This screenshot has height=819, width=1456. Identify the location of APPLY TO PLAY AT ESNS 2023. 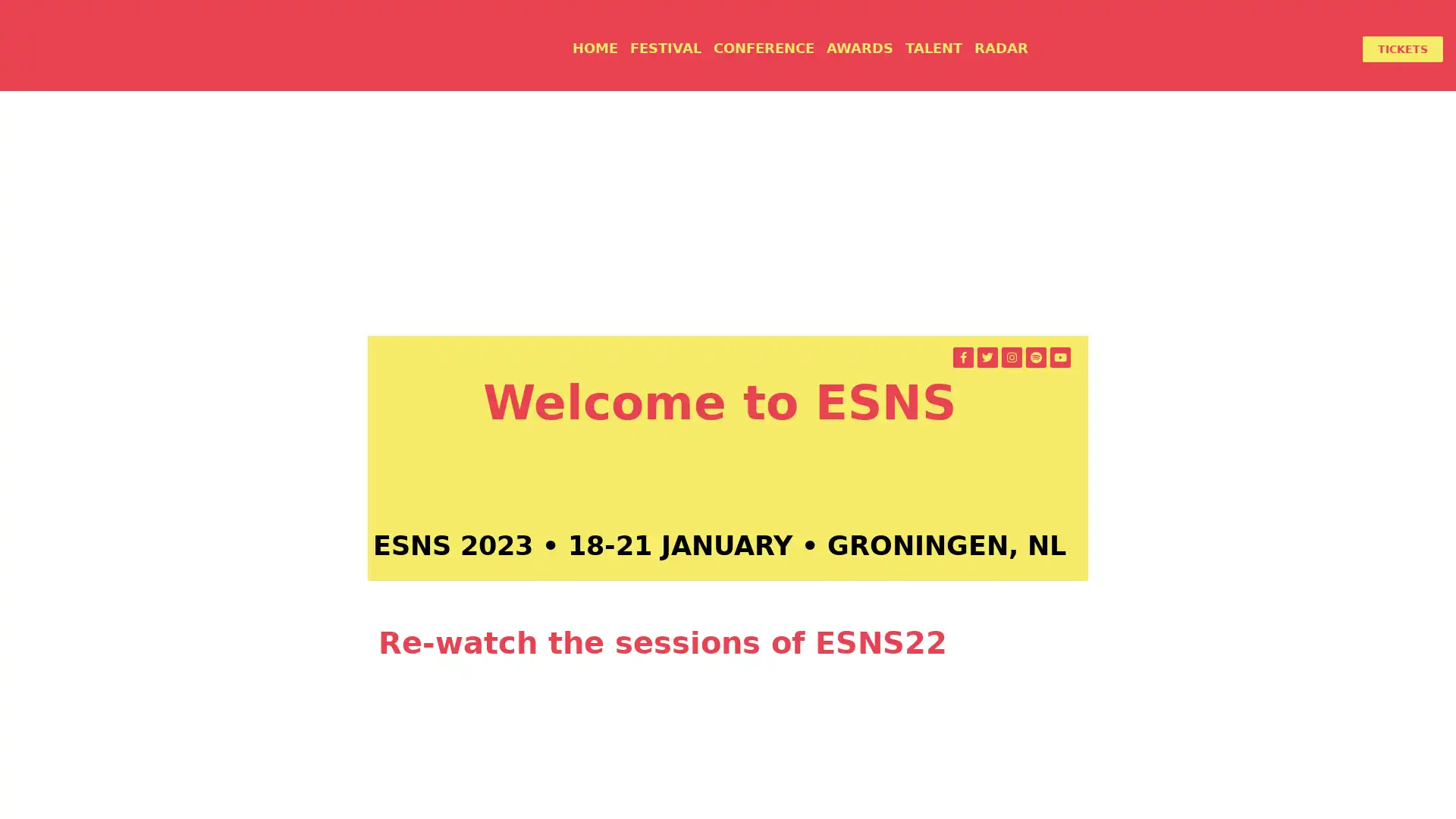
(899, 475).